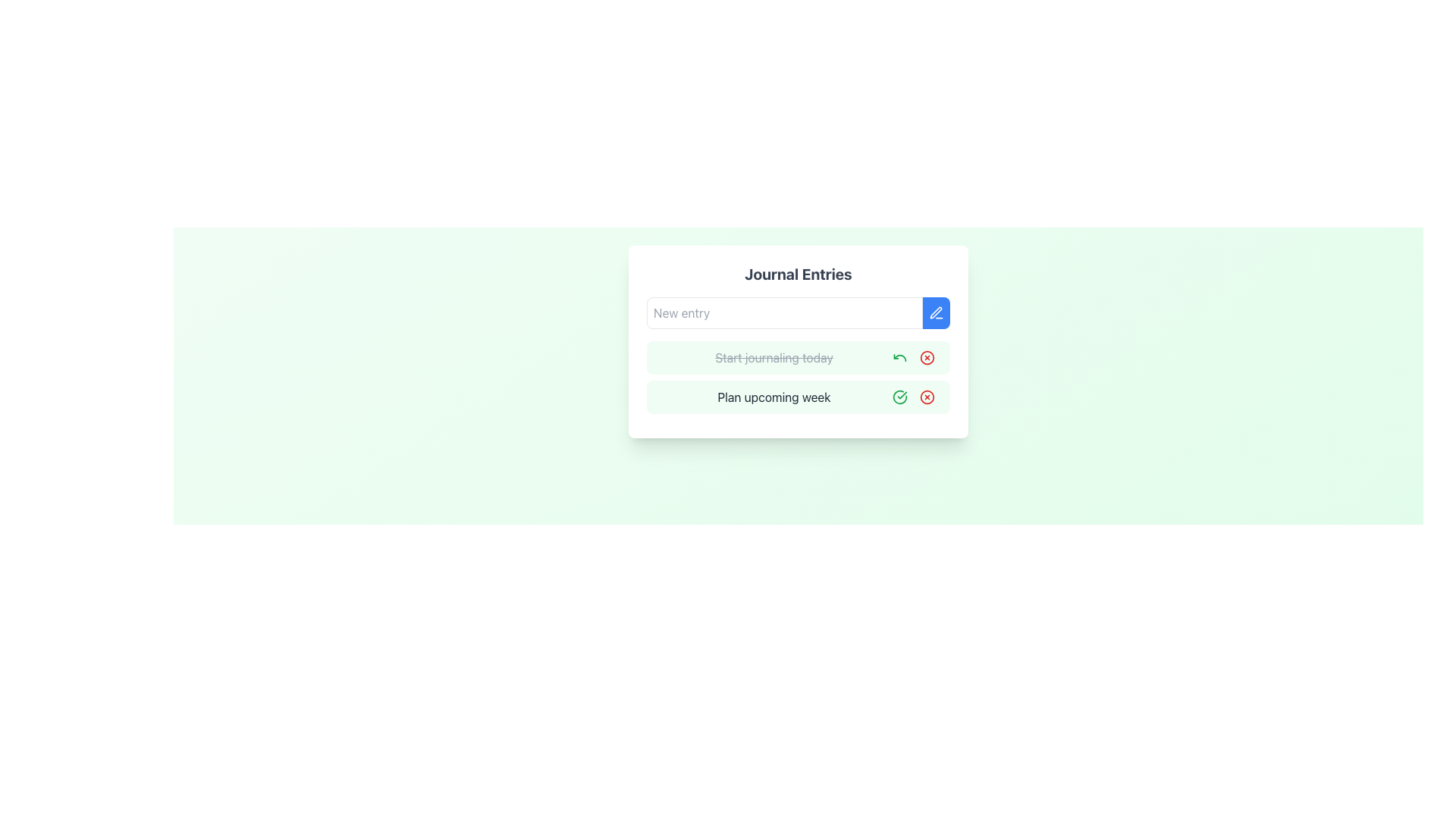 The width and height of the screenshot is (1456, 819). I want to click on the red cross icon in the action group to reject the task associated with 'Plan upcoming week', so click(912, 397).